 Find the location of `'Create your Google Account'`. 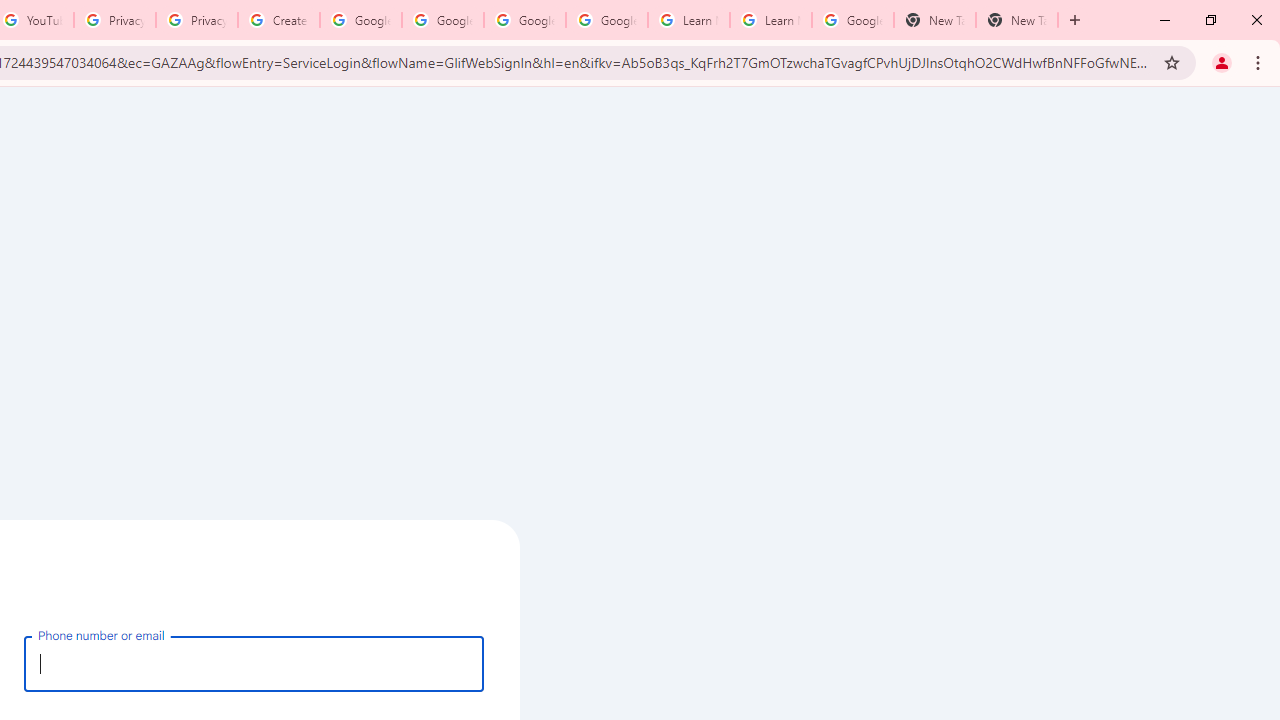

'Create your Google Account' is located at coordinates (278, 20).